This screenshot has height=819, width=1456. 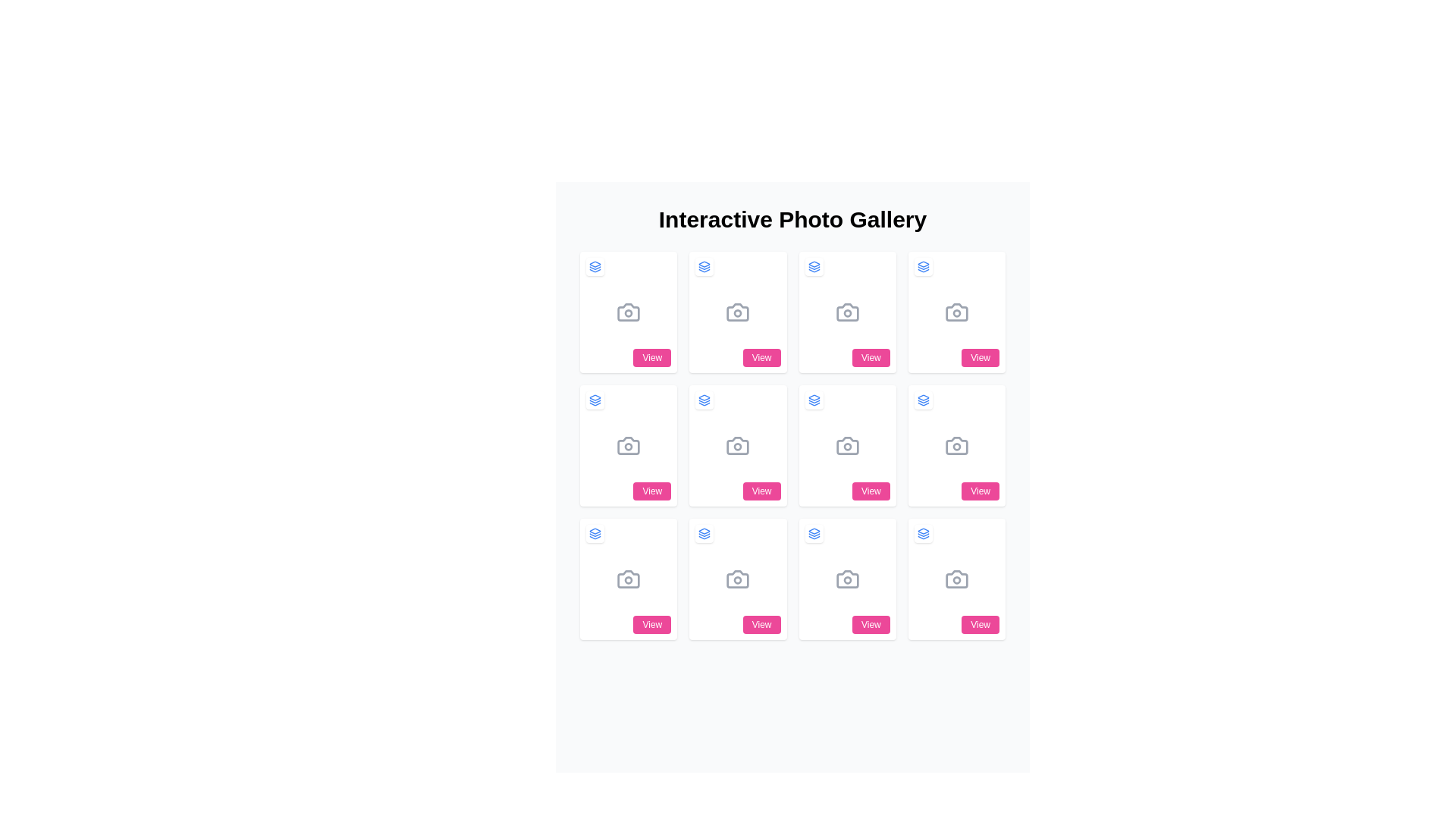 I want to click on the camera icon located in the third grid cell of the first row, beneath the title 'Interactive Photo Gallery', which serves as a visual representation for photo-related functions, so click(x=846, y=312).